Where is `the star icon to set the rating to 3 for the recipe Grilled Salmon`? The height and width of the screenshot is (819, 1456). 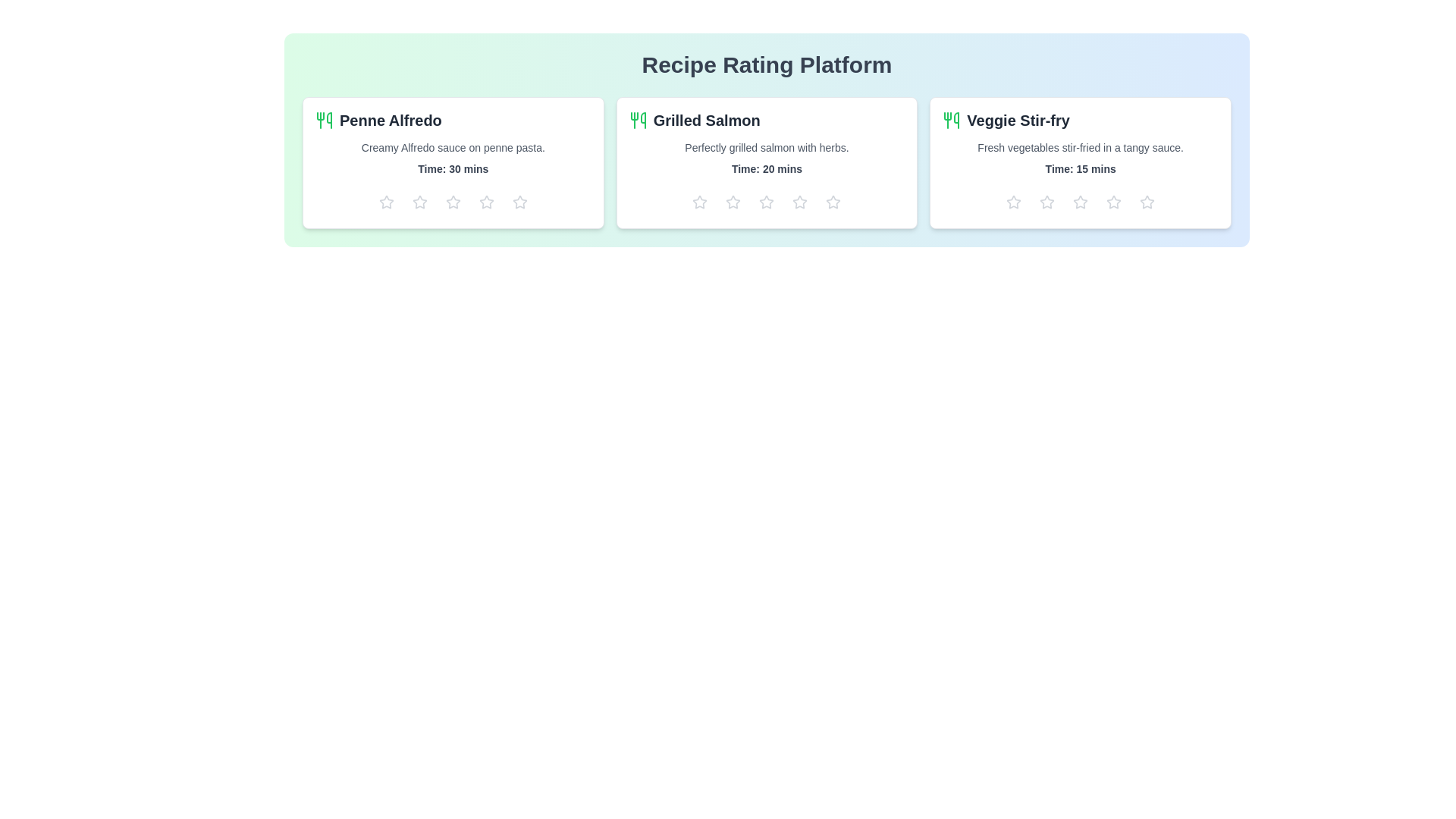
the star icon to set the rating to 3 for the recipe Grilled Salmon is located at coordinates (767, 201).